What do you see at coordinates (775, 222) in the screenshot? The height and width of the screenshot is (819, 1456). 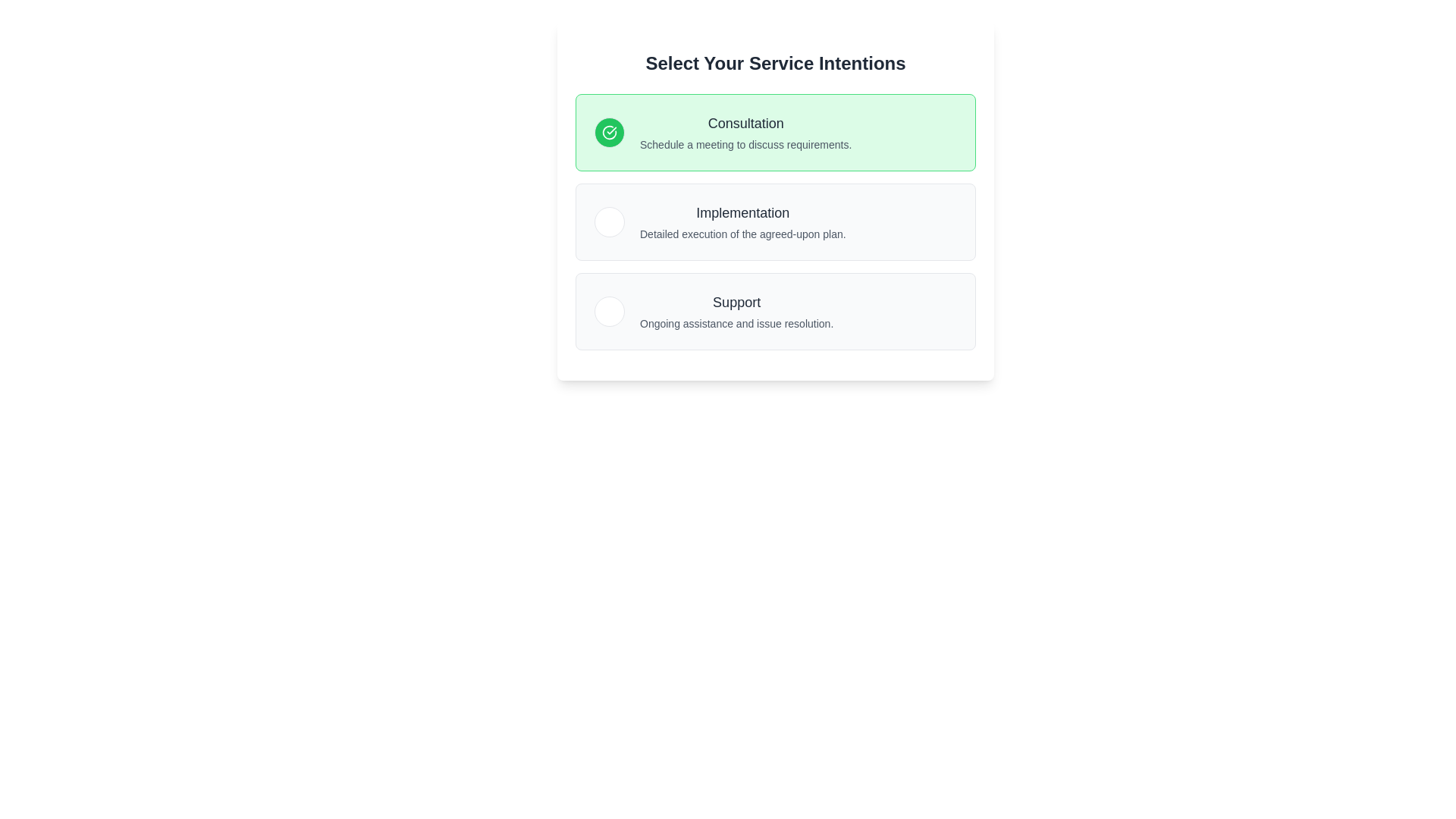 I see `the selectable option labeled 'Implementation'` at bounding box center [775, 222].